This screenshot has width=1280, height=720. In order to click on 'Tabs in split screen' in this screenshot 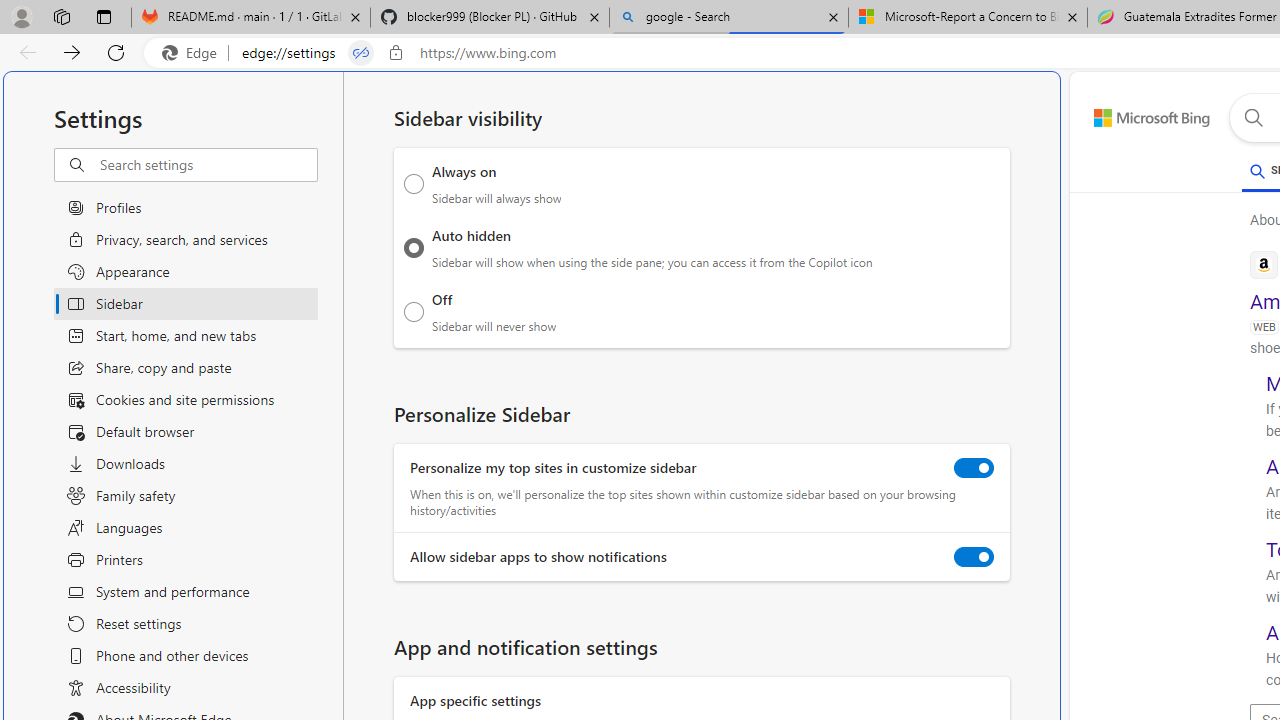, I will do `click(360, 52)`.